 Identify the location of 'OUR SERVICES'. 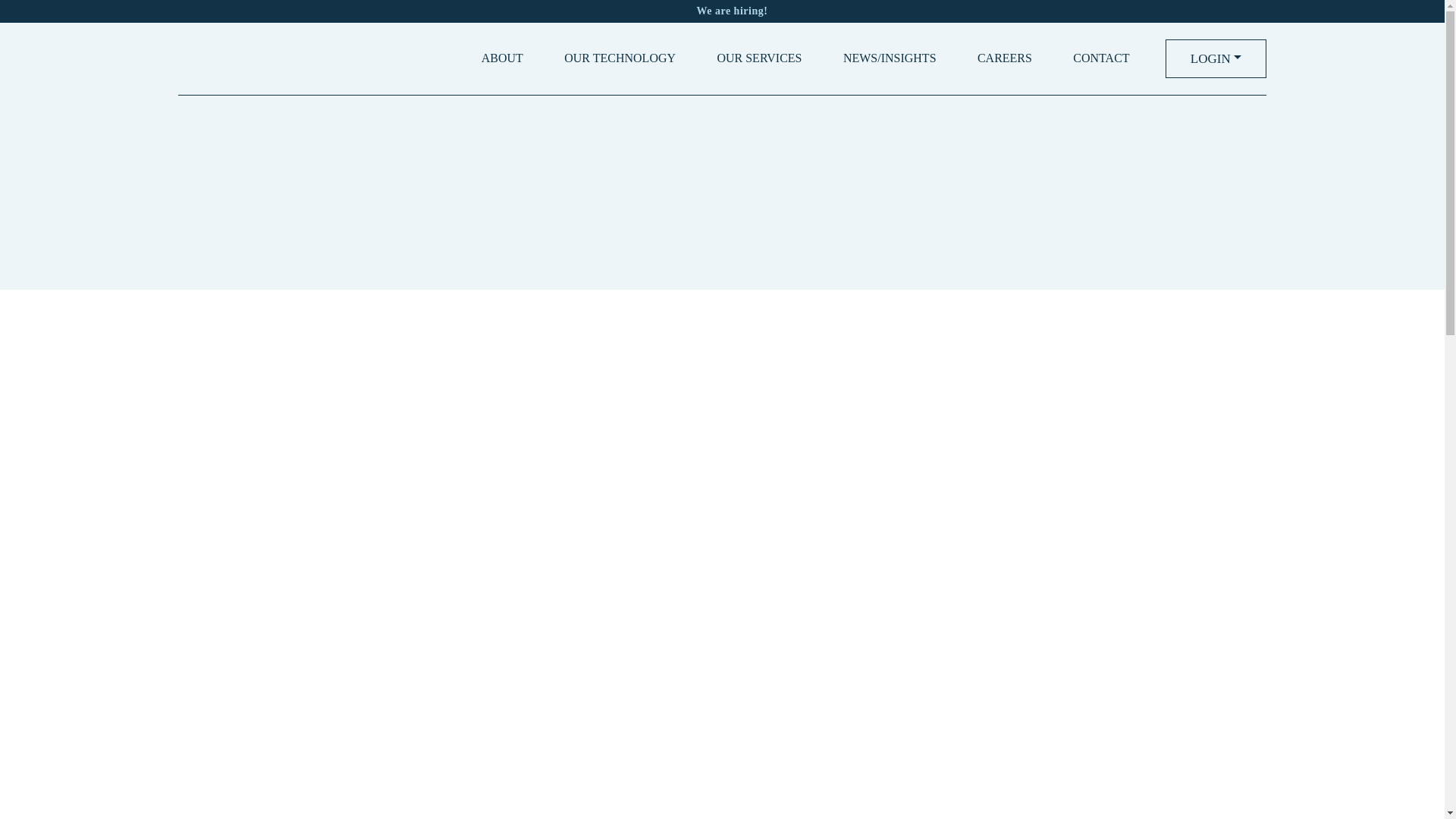
(759, 58).